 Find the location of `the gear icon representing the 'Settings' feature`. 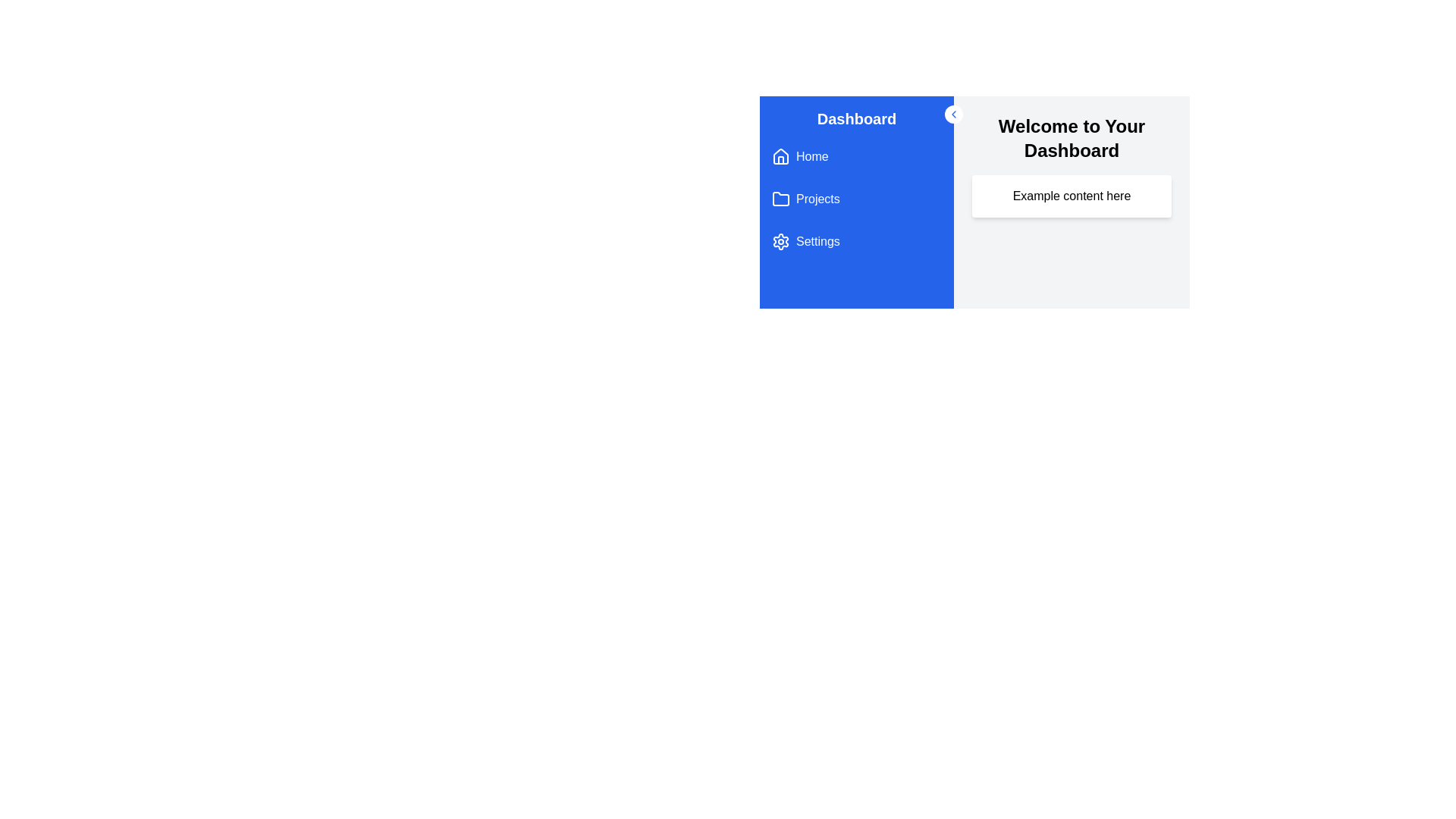

the gear icon representing the 'Settings' feature is located at coordinates (781, 241).